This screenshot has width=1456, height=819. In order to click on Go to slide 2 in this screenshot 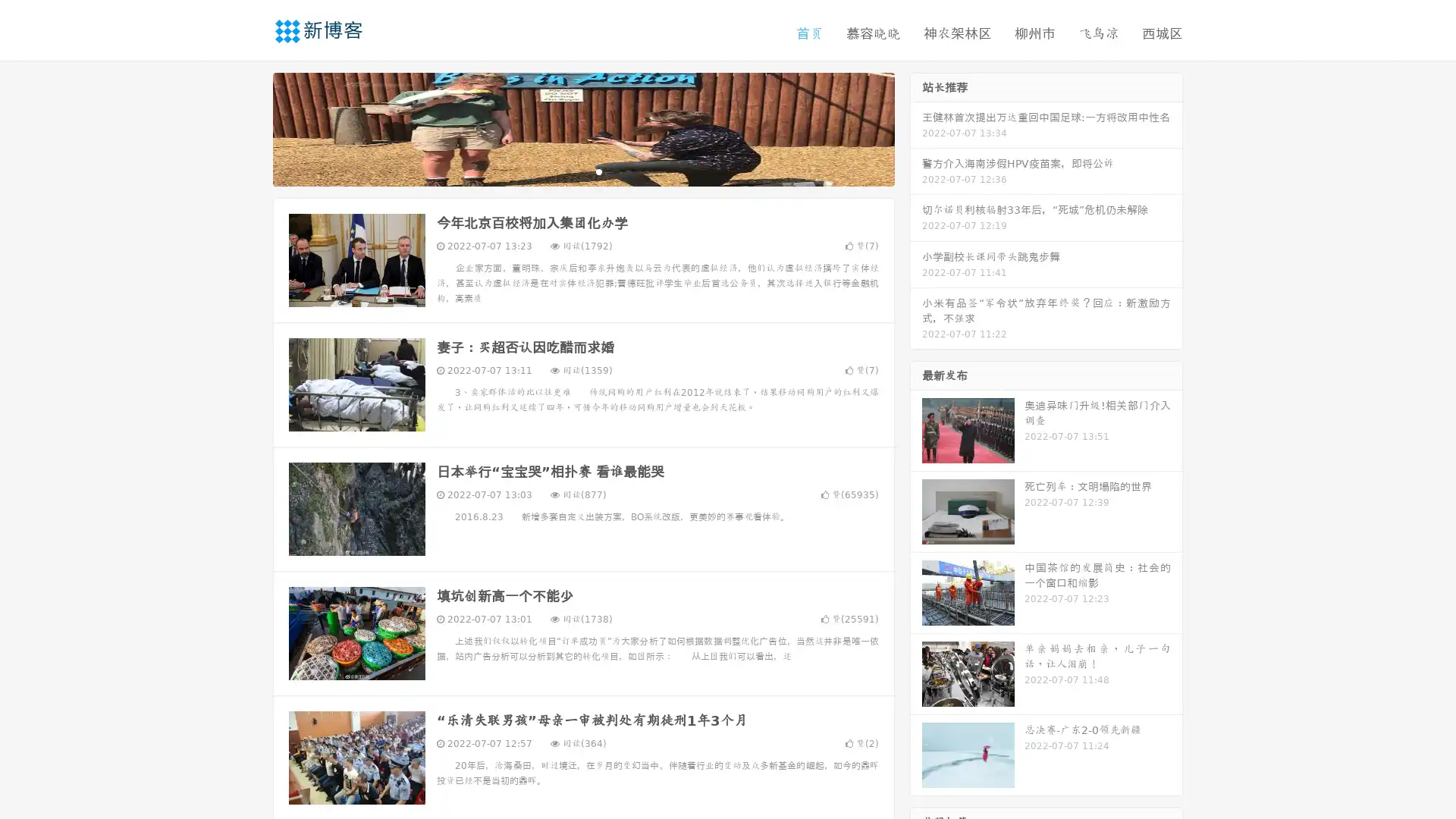, I will do `click(582, 171)`.